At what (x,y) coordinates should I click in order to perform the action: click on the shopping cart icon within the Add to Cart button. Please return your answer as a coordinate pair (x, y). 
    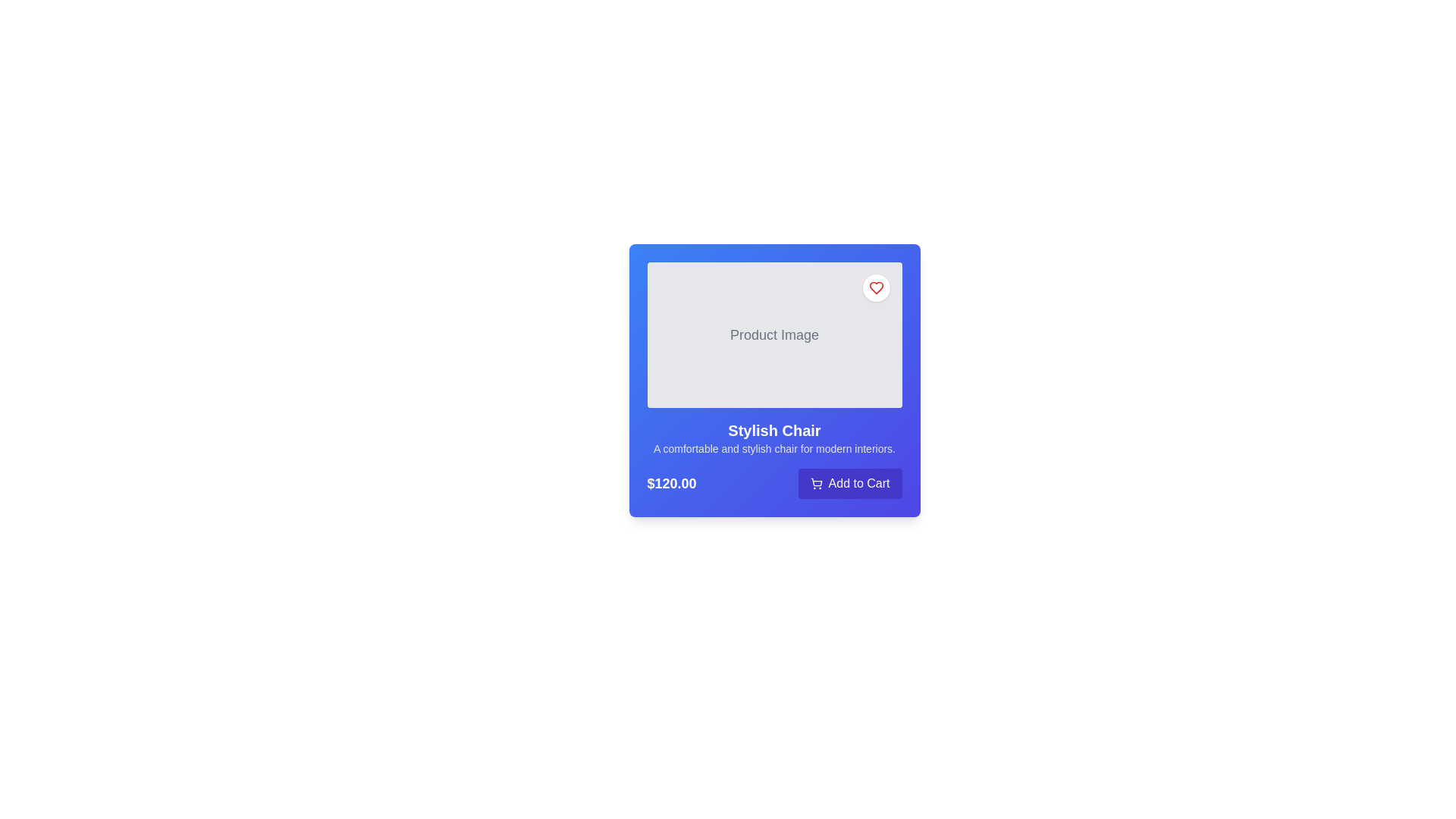
    Looking at the image, I should click on (815, 482).